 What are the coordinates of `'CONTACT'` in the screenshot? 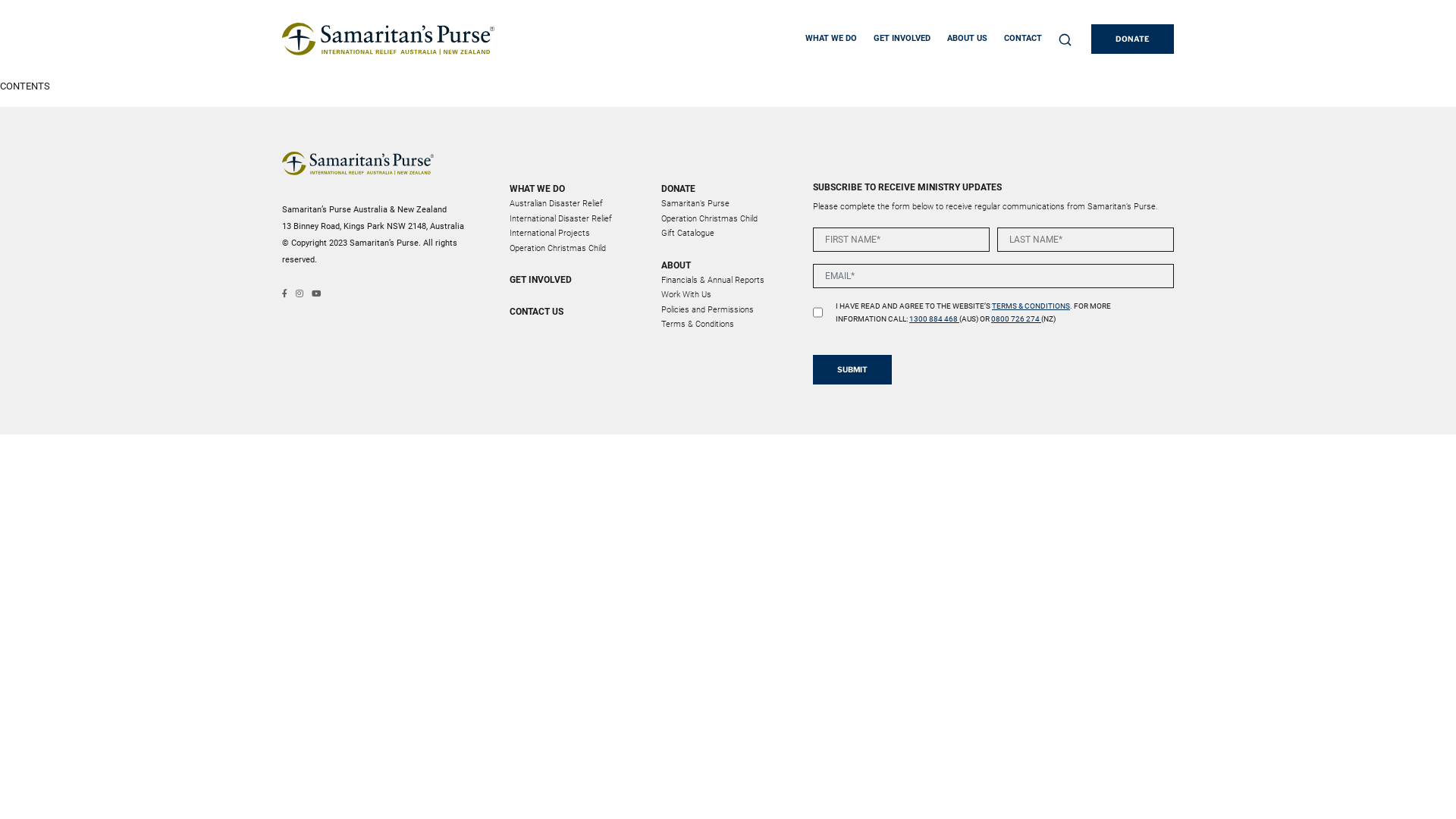 It's located at (1004, 38).